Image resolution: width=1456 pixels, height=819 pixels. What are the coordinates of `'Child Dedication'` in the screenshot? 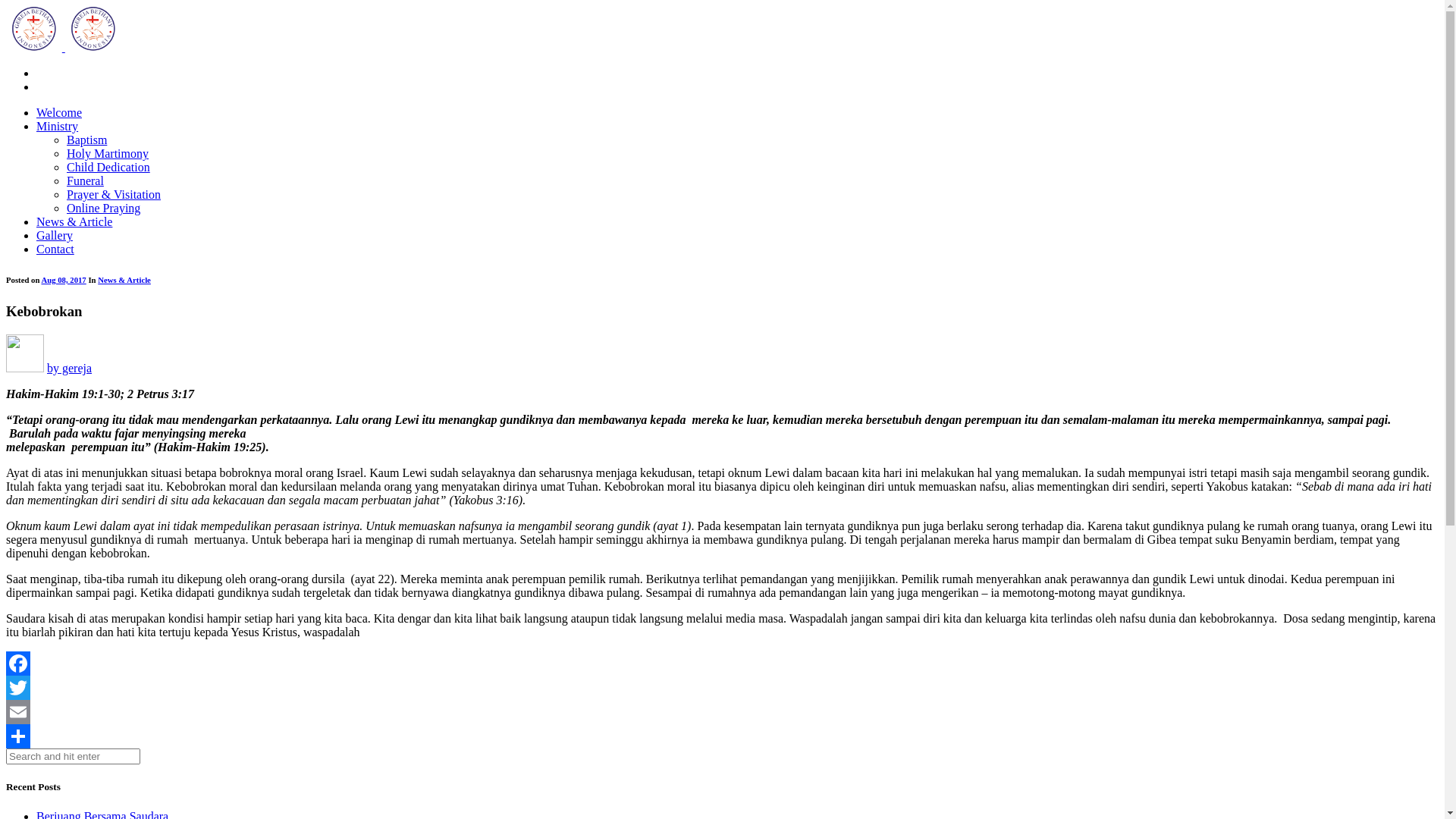 It's located at (108, 167).